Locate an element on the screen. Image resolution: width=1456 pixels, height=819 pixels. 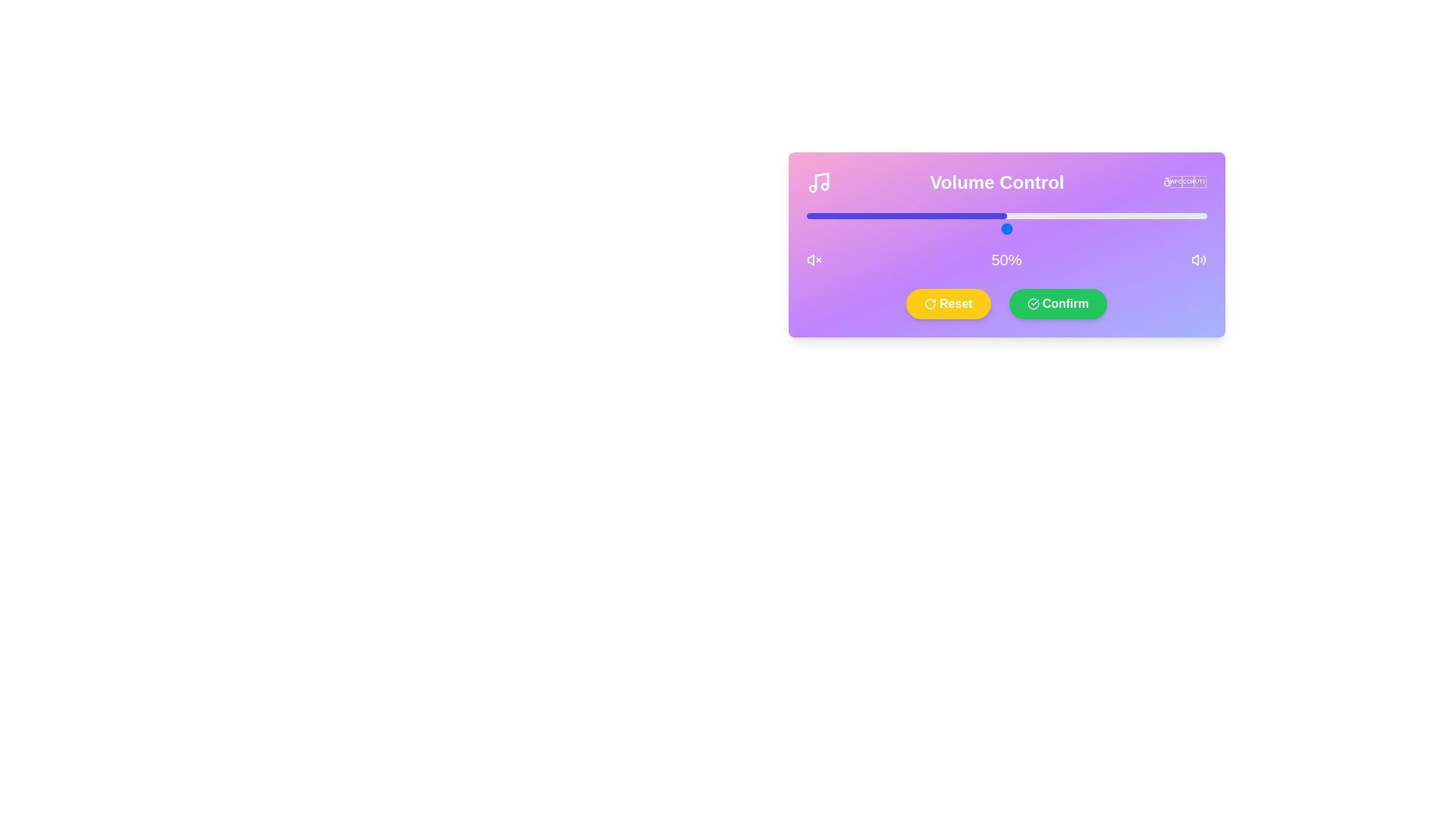
the confirm button located in the bottom center of the volume control interface, positioned to the right of the yellow 'Reset' button is located at coordinates (1057, 304).